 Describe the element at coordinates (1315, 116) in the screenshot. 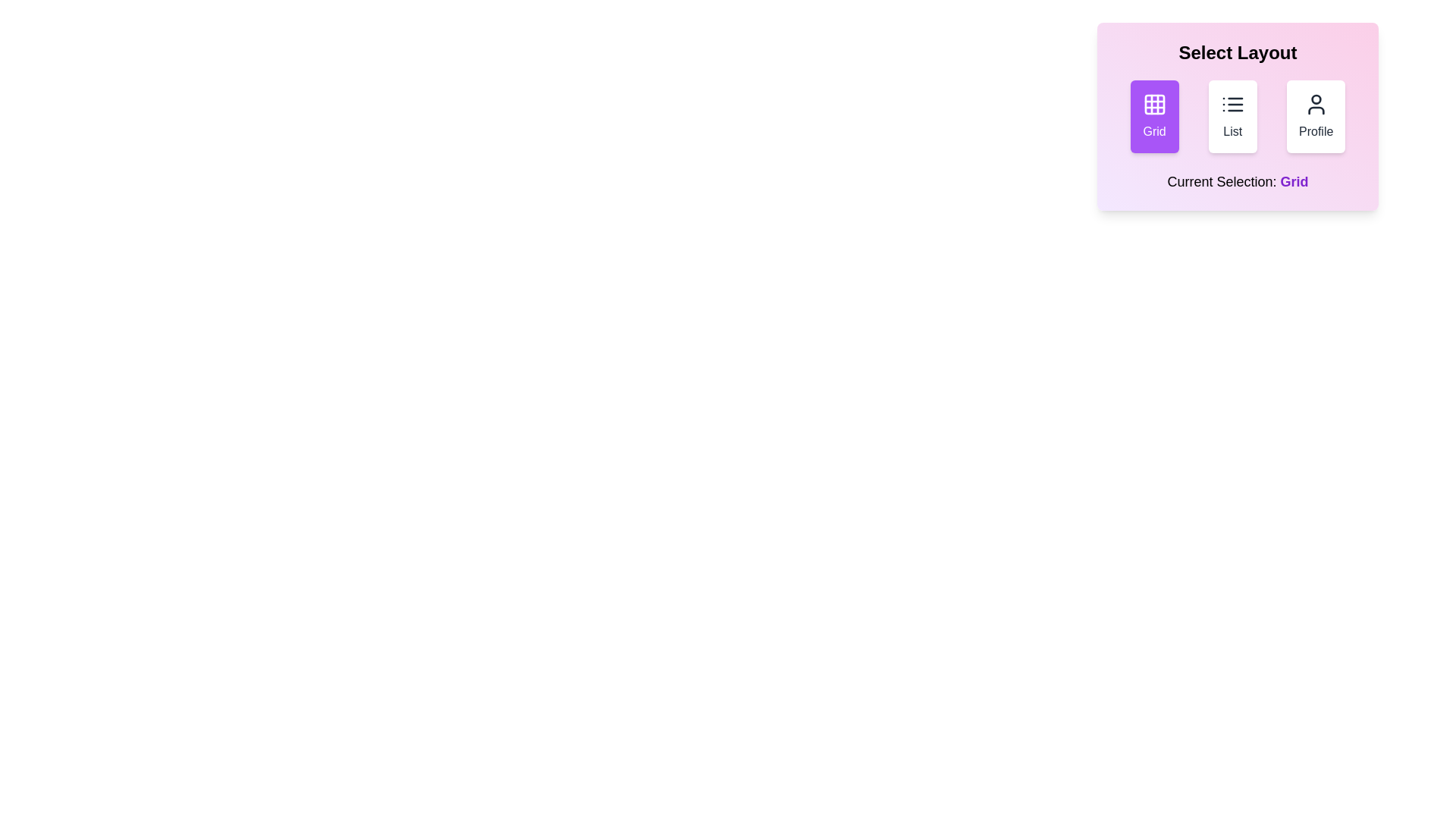

I see `the layout option Profile to see its hover effect` at that location.